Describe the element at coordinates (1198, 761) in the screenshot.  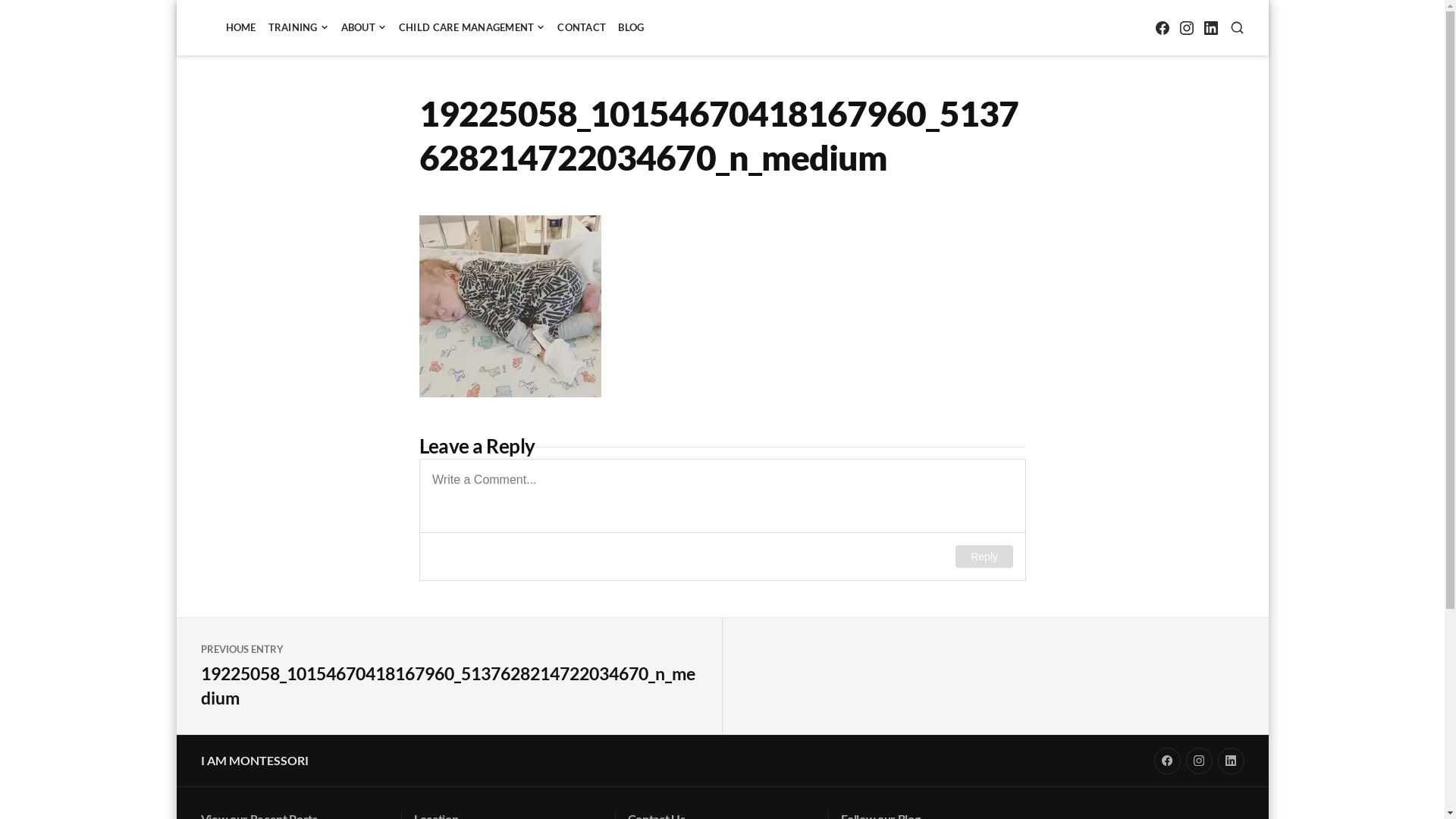
I see `'Instagram'` at that location.